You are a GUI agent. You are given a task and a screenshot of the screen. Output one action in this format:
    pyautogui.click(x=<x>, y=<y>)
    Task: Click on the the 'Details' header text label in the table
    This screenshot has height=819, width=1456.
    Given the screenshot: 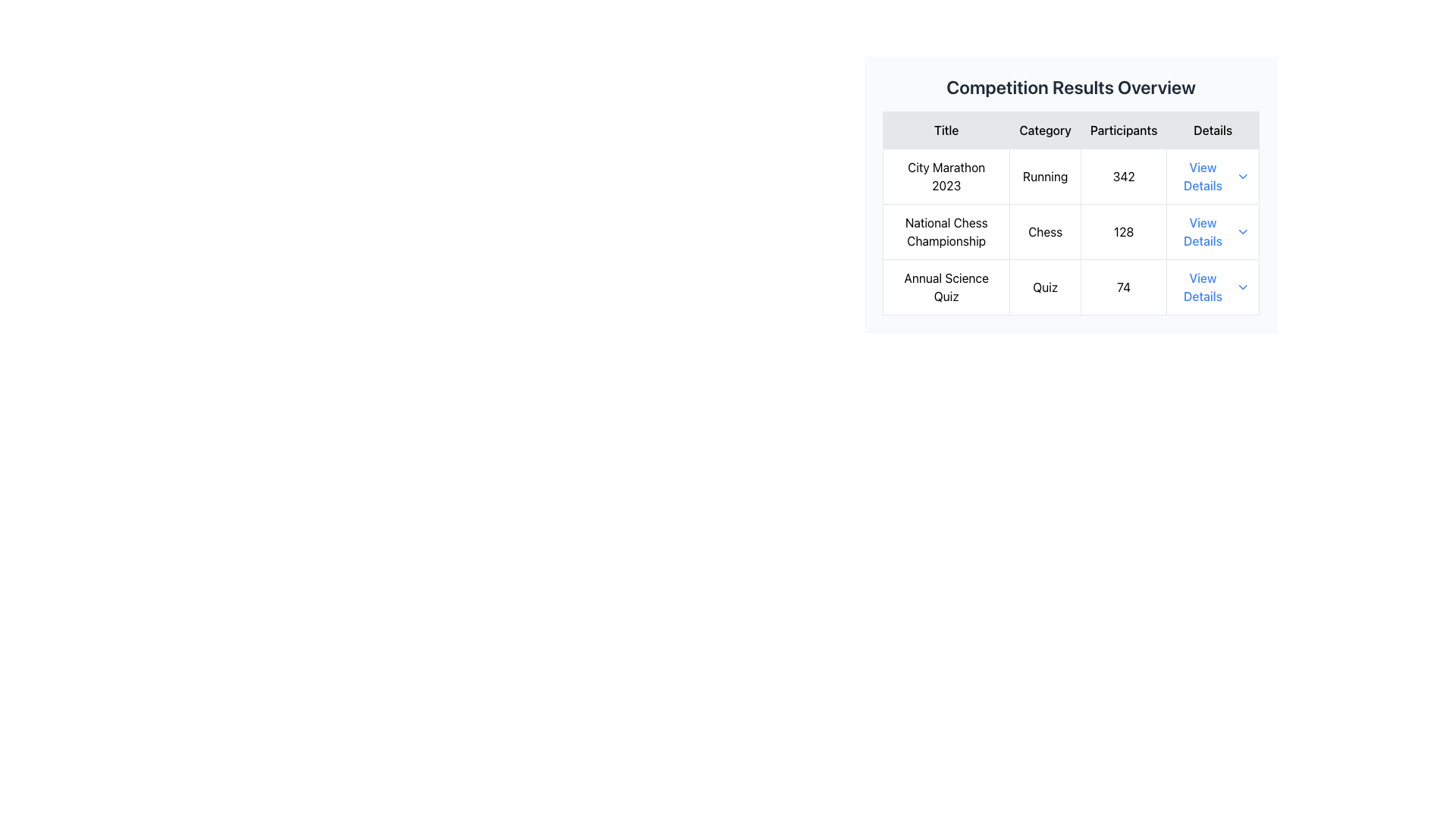 What is the action you would take?
    pyautogui.click(x=1212, y=130)
    